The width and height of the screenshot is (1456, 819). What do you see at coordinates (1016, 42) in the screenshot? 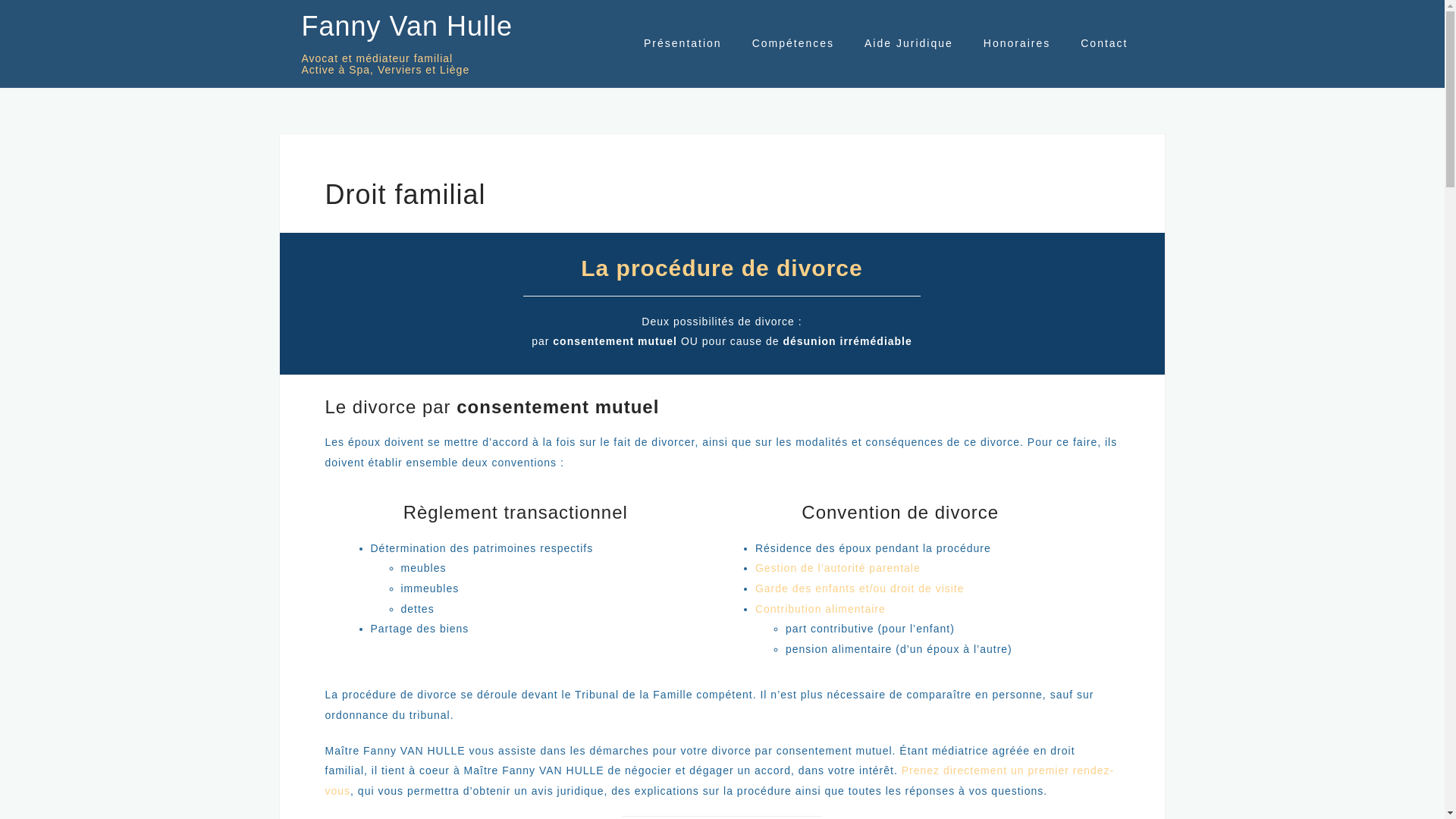
I see `'Honoraires'` at bounding box center [1016, 42].